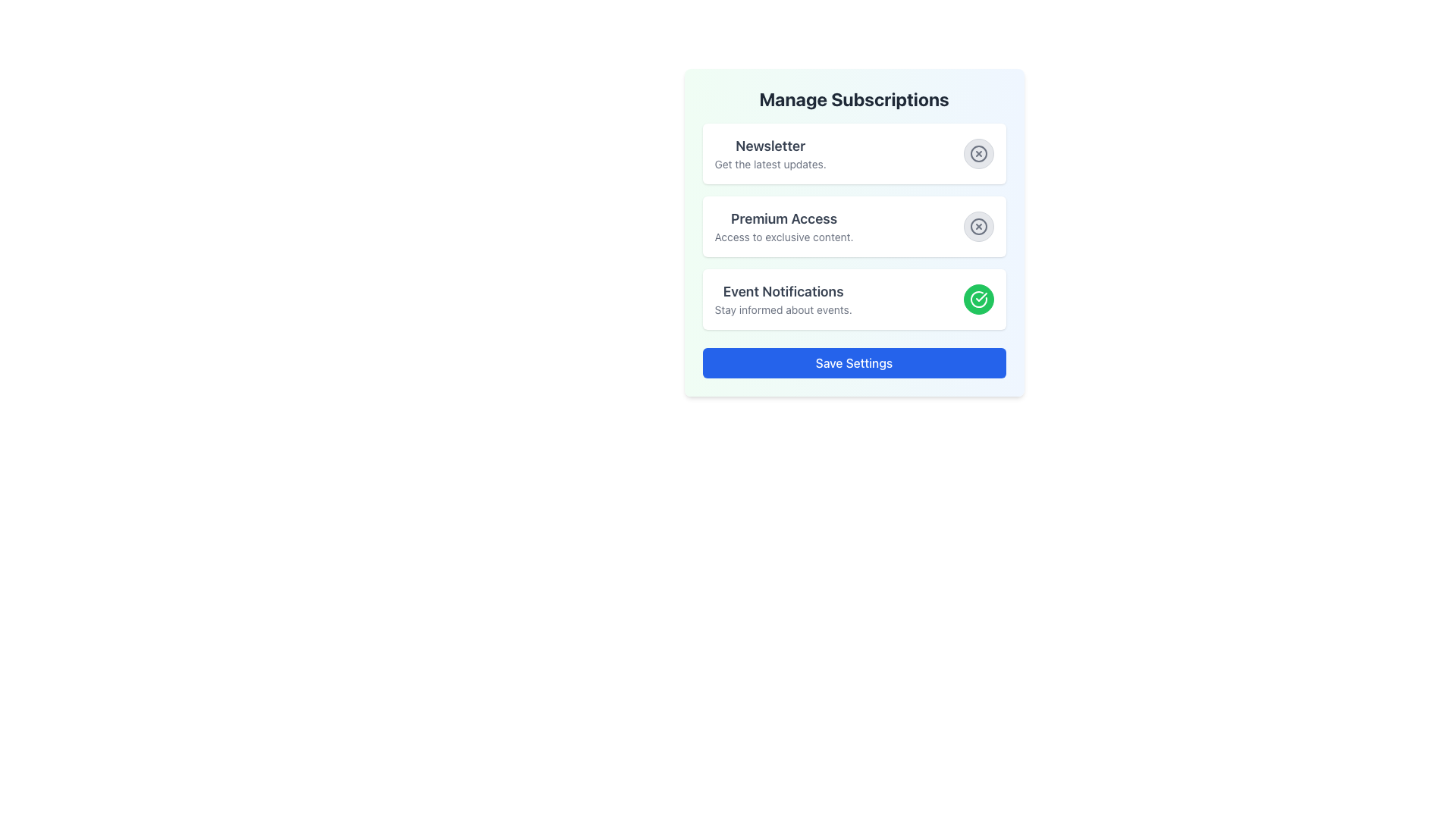 This screenshot has width=1456, height=819. I want to click on the small circled 'X' icon button rendered in light gray color, located in the topmost row of the subscription management card, aligned to the right of the 'Newsletter' label, so click(978, 154).